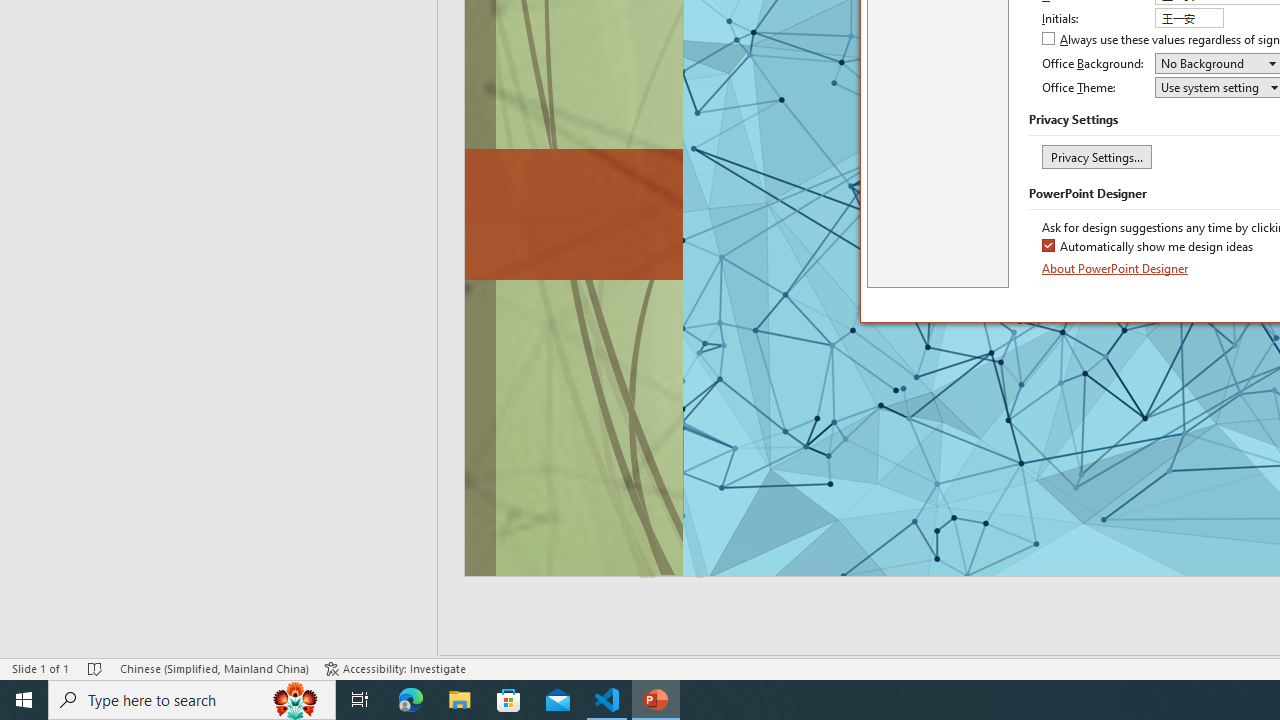 The width and height of the screenshot is (1280, 720). What do you see at coordinates (359, 698) in the screenshot?
I see `'Task View'` at bounding box center [359, 698].